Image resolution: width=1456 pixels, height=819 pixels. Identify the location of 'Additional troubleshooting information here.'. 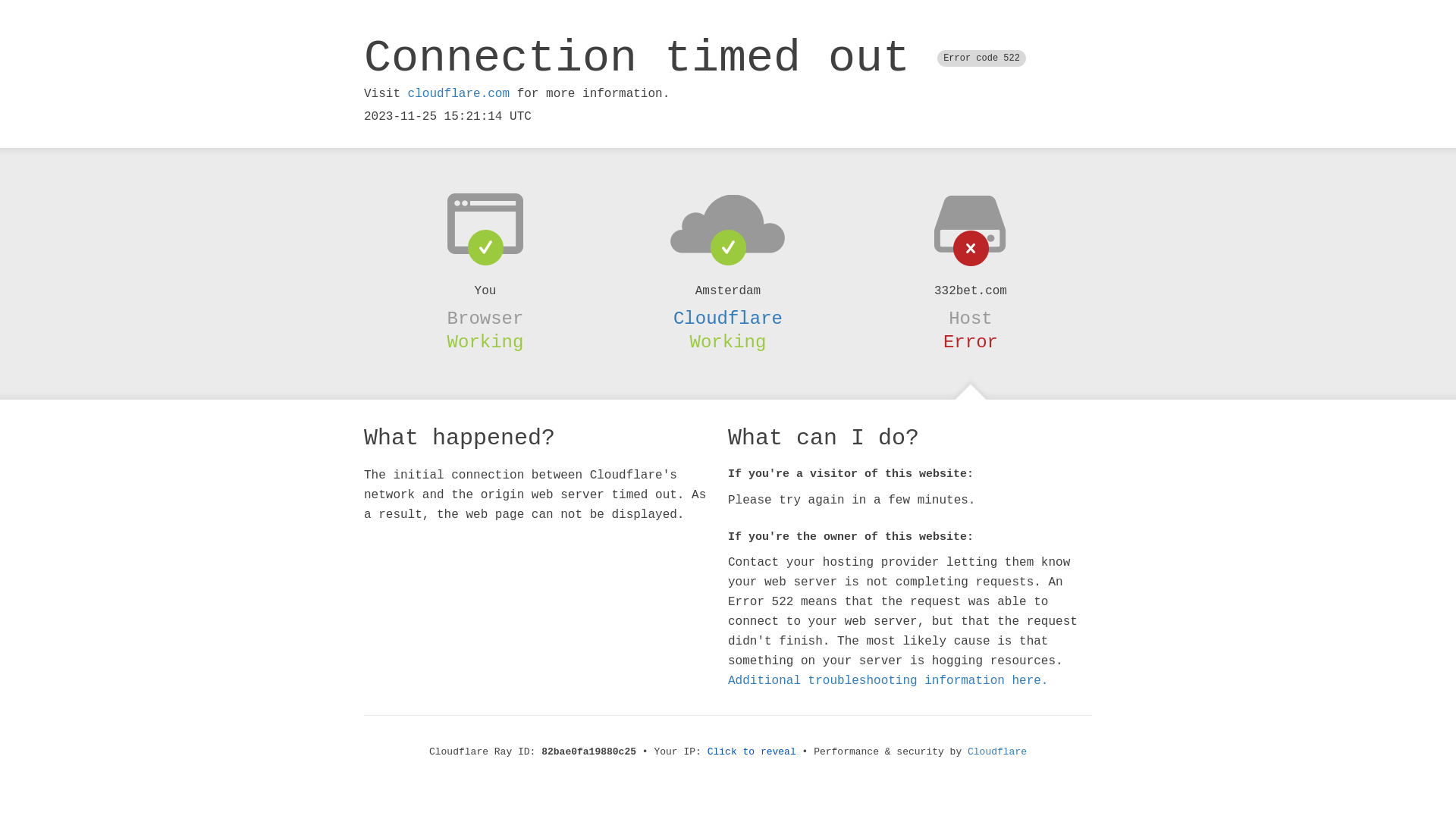
(888, 680).